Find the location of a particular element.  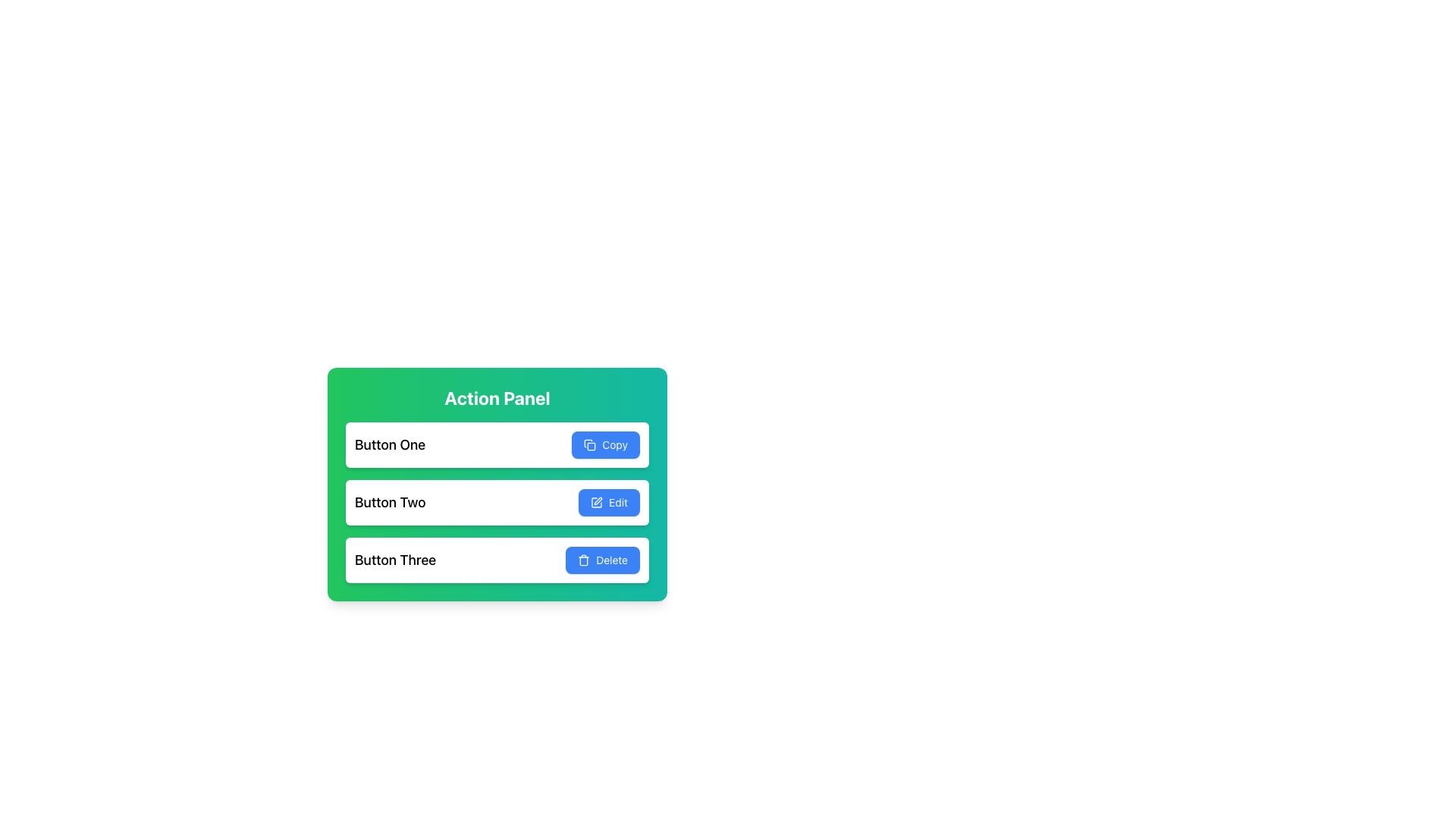

the 'Edit' graphical icon, which is a blue button featuring a pen-like icon, located in the second row of buttons is located at coordinates (598, 500).